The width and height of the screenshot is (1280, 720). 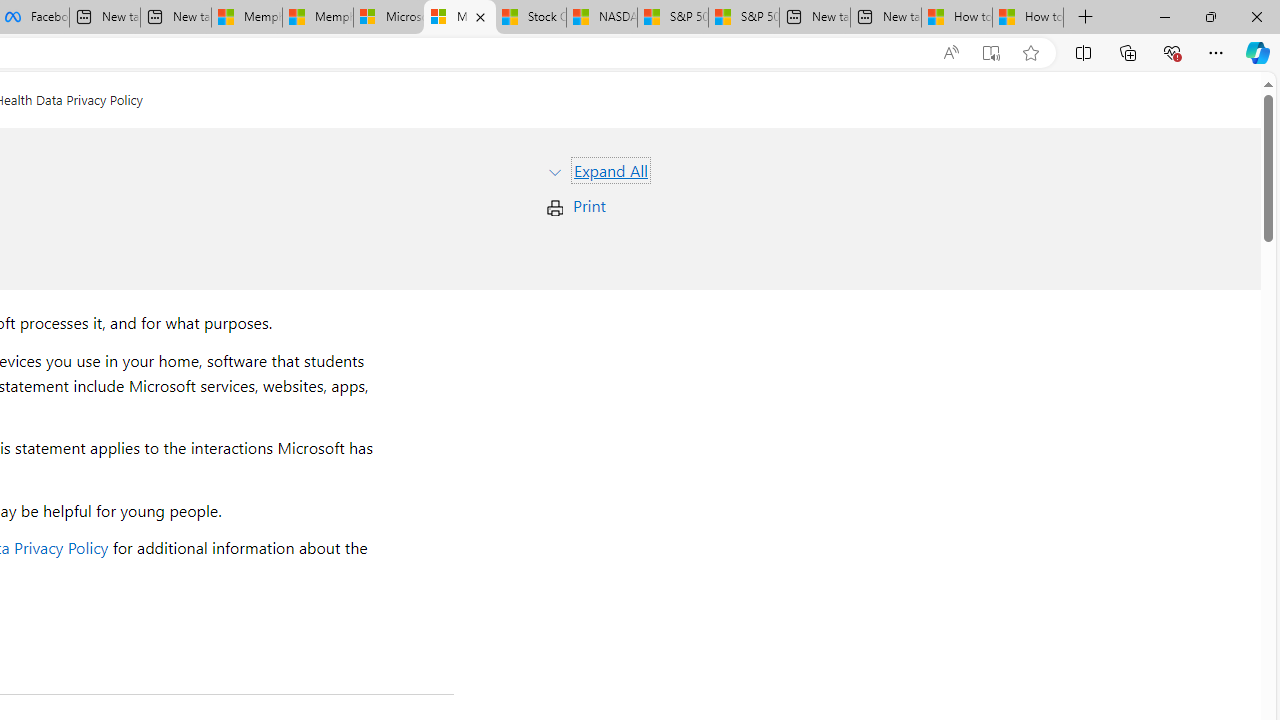 I want to click on 'Copilot (Ctrl+Shift+.)', so click(x=1257, y=51).